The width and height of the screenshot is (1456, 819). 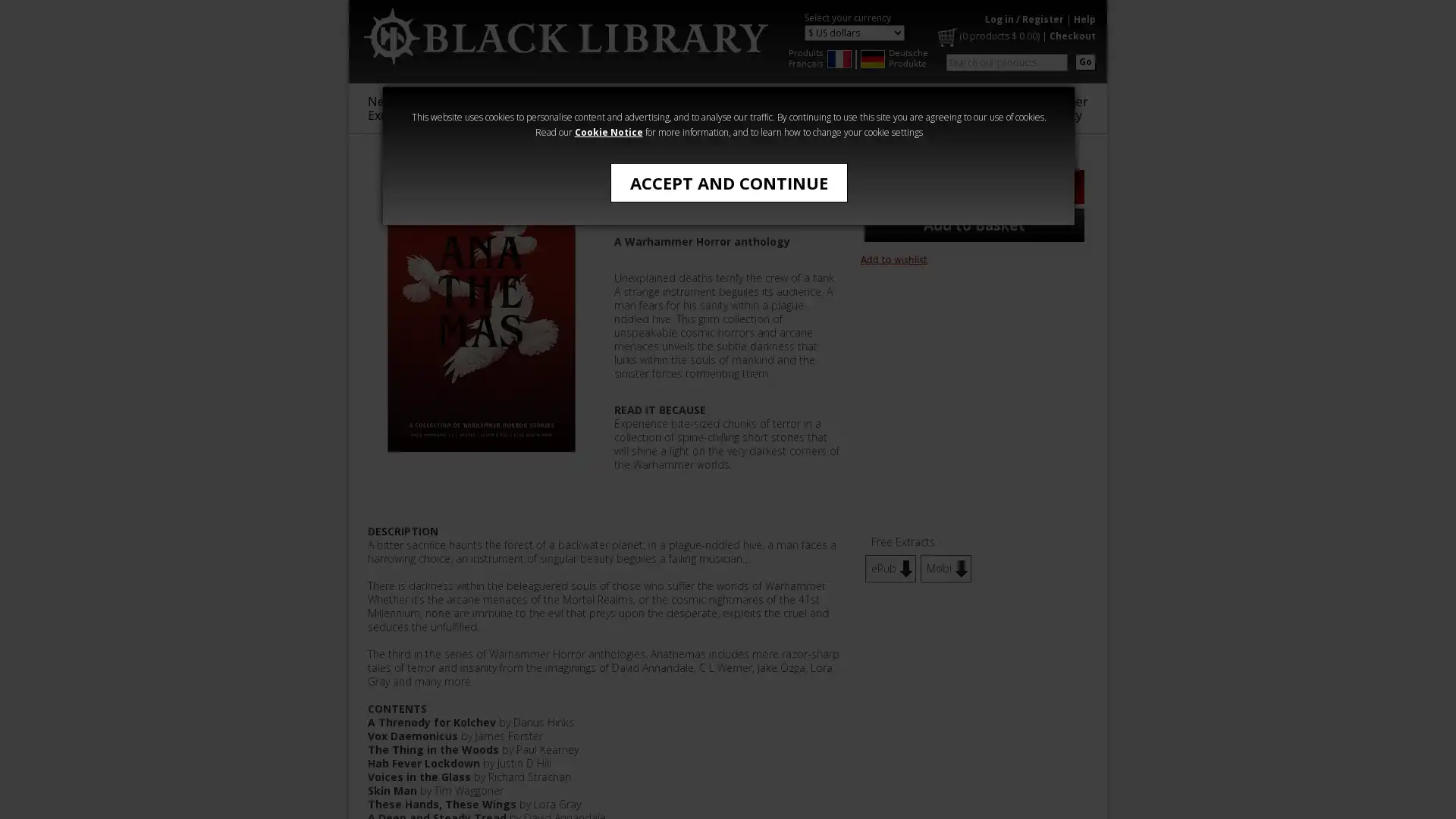 I want to click on ACCEPT AND CONTINUE, so click(x=728, y=181).